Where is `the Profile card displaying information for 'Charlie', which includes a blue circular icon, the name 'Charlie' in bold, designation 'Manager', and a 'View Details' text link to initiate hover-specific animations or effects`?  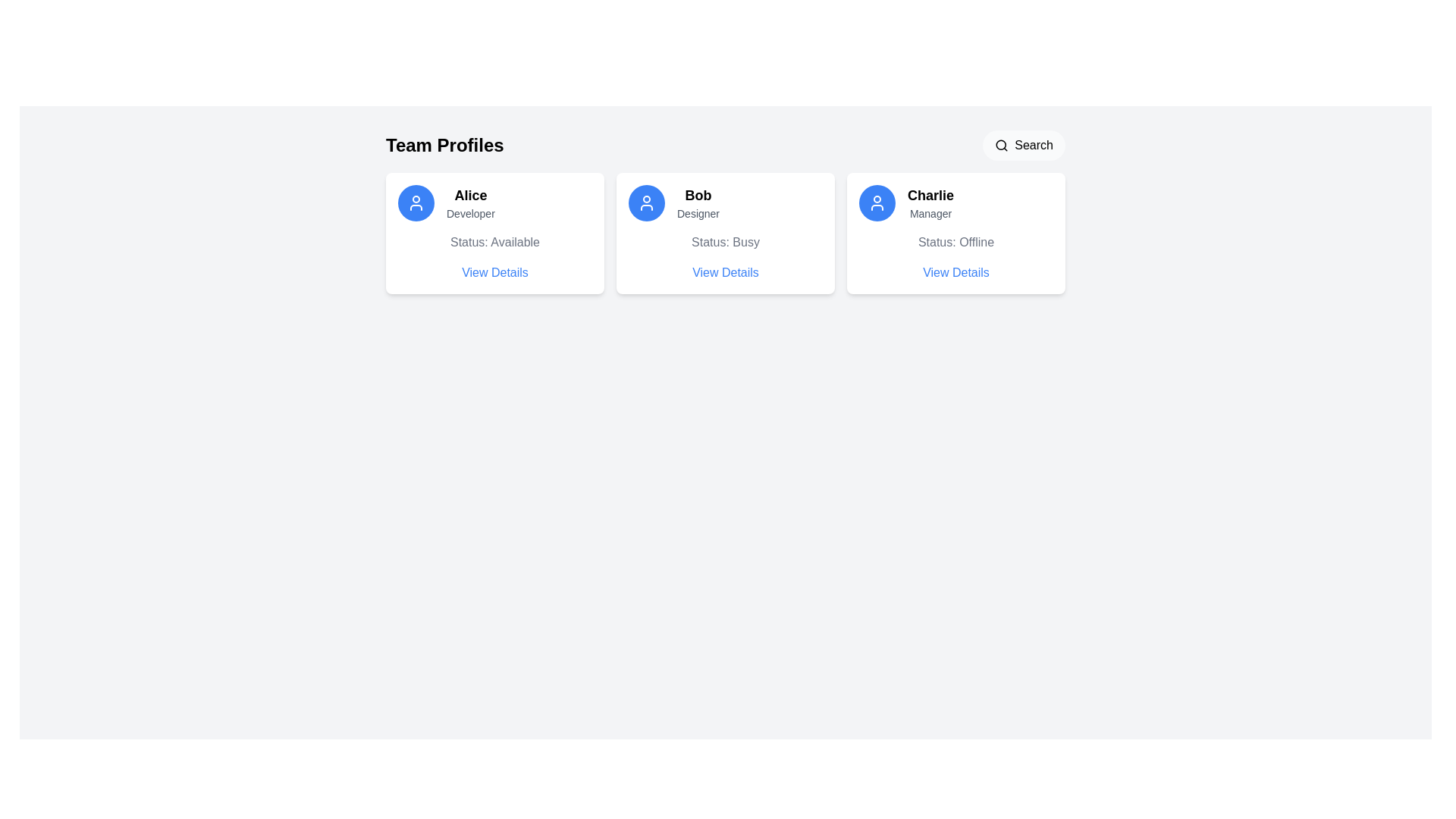
the Profile card displaying information for 'Charlie', which includes a blue circular icon, the name 'Charlie' in bold, designation 'Manager', and a 'View Details' text link to initiate hover-specific animations or effects is located at coordinates (955, 234).